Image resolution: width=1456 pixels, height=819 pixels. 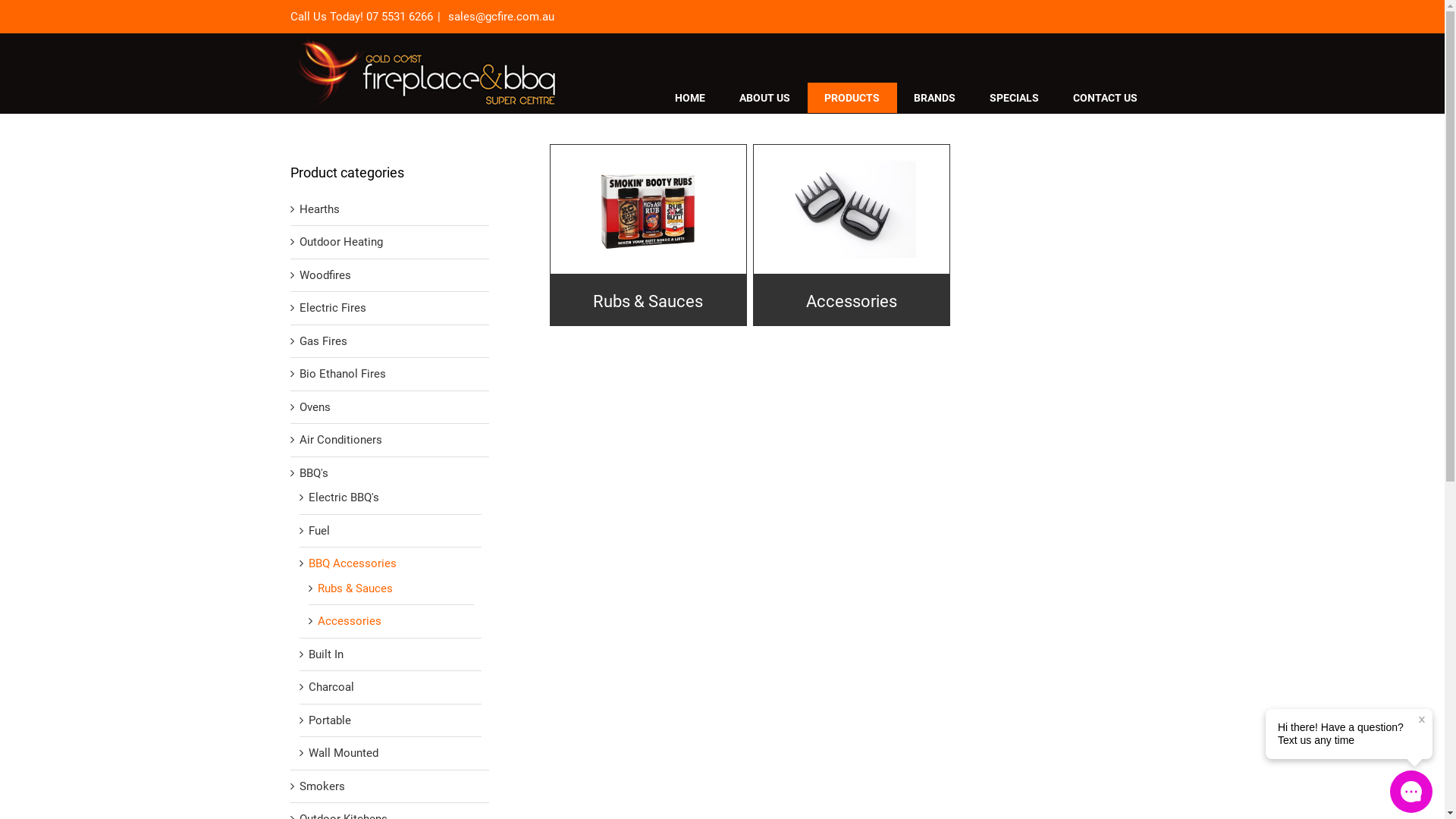 What do you see at coordinates (342, 497) in the screenshot?
I see `'Electric BBQ's'` at bounding box center [342, 497].